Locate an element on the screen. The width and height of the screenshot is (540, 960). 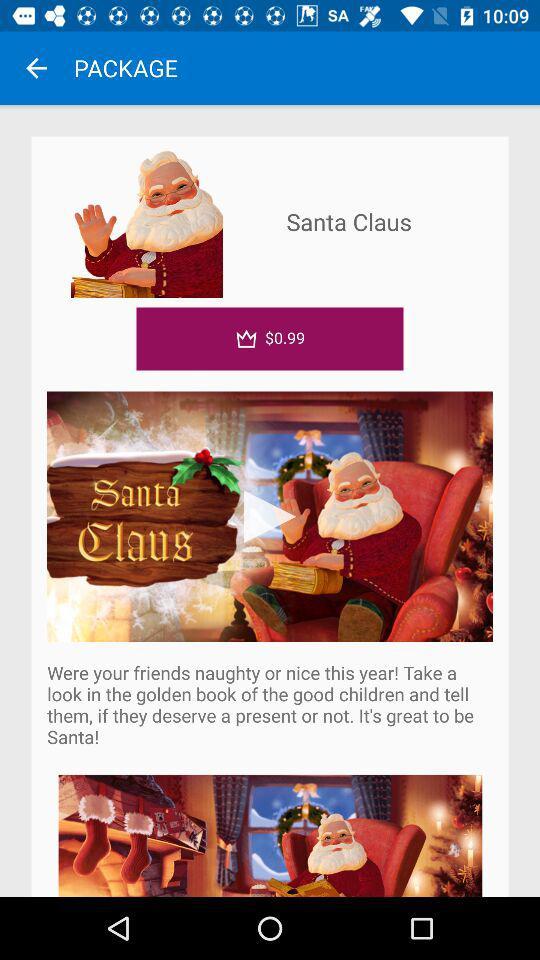
the were your friends is located at coordinates (270, 704).